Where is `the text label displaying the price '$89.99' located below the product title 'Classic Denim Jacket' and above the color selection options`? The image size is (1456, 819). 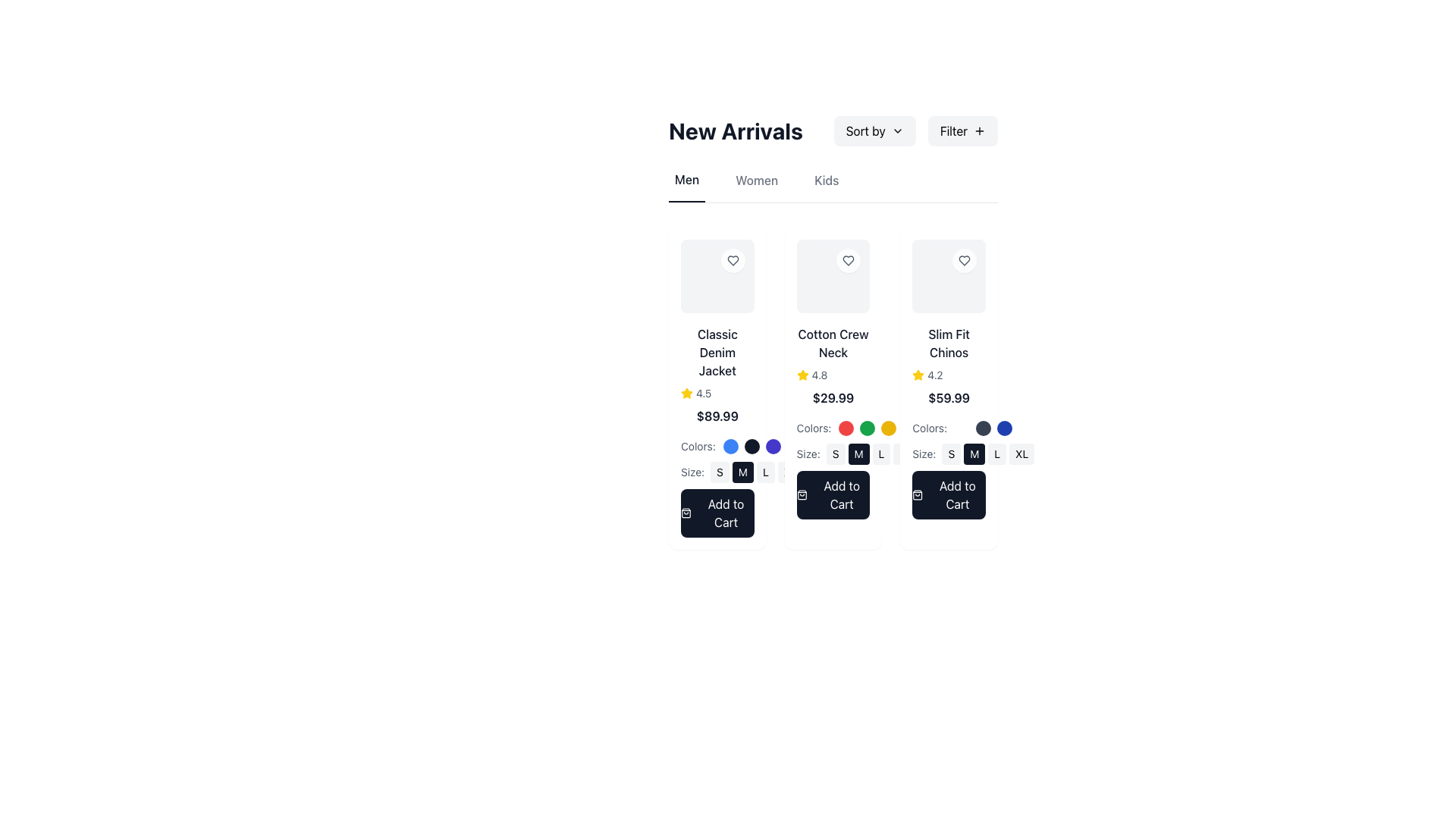 the text label displaying the price '$89.99' located below the product title 'Classic Denim Jacket' and above the color selection options is located at coordinates (717, 416).